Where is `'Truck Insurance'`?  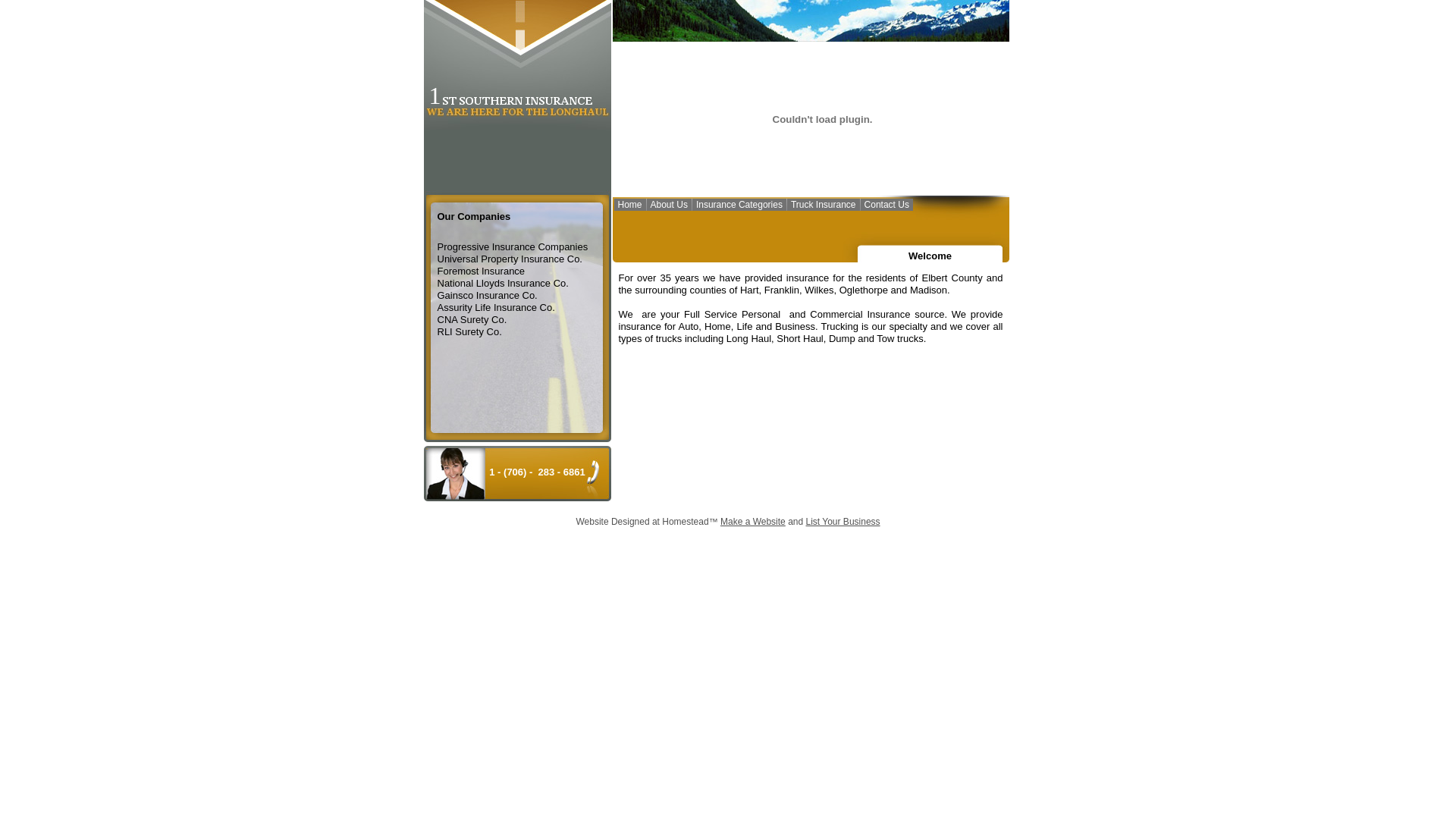
'Truck Insurance' is located at coordinates (822, 206).